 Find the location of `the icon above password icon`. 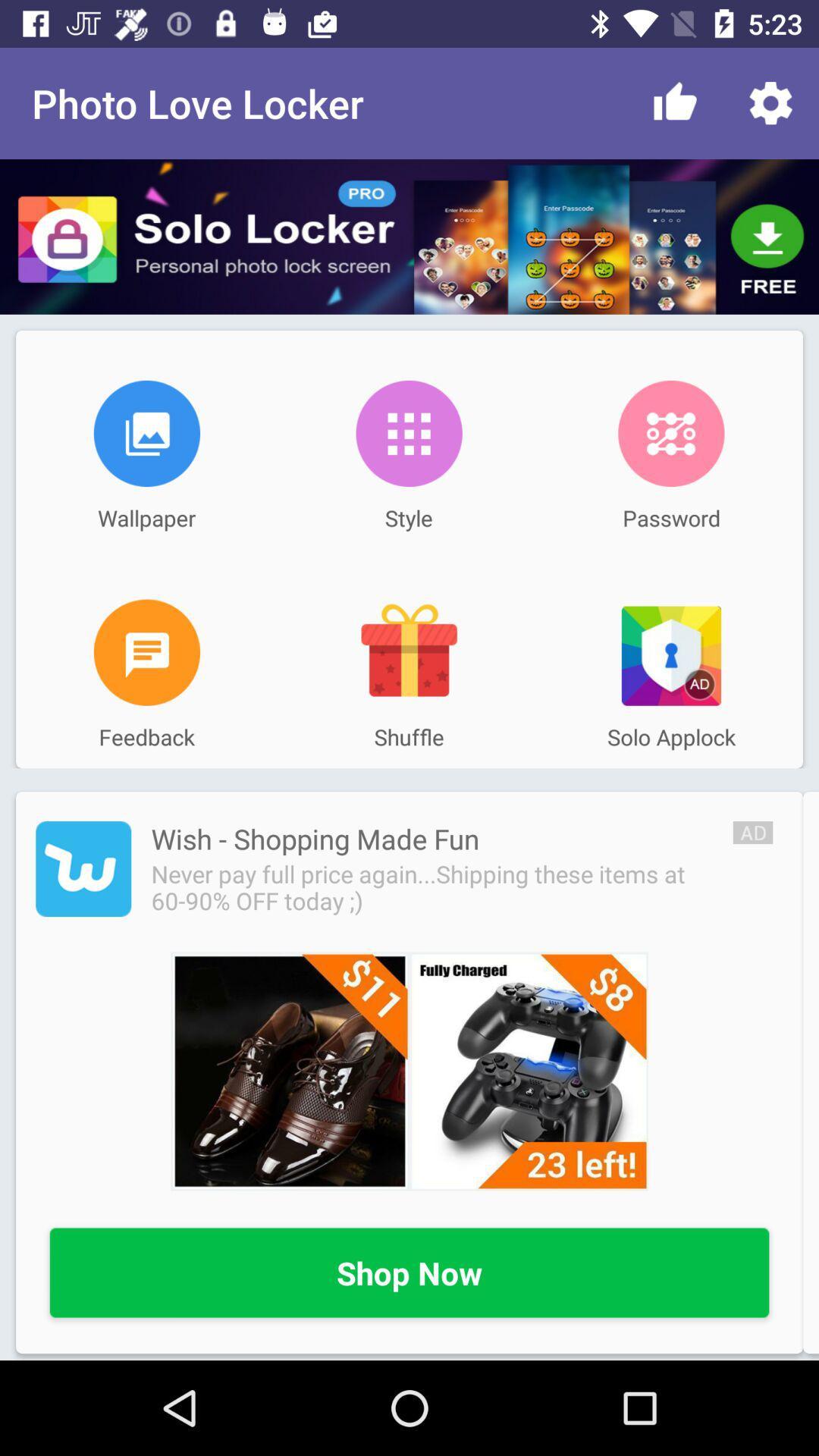

the icon above password icon is located at coordinates (670, 432).